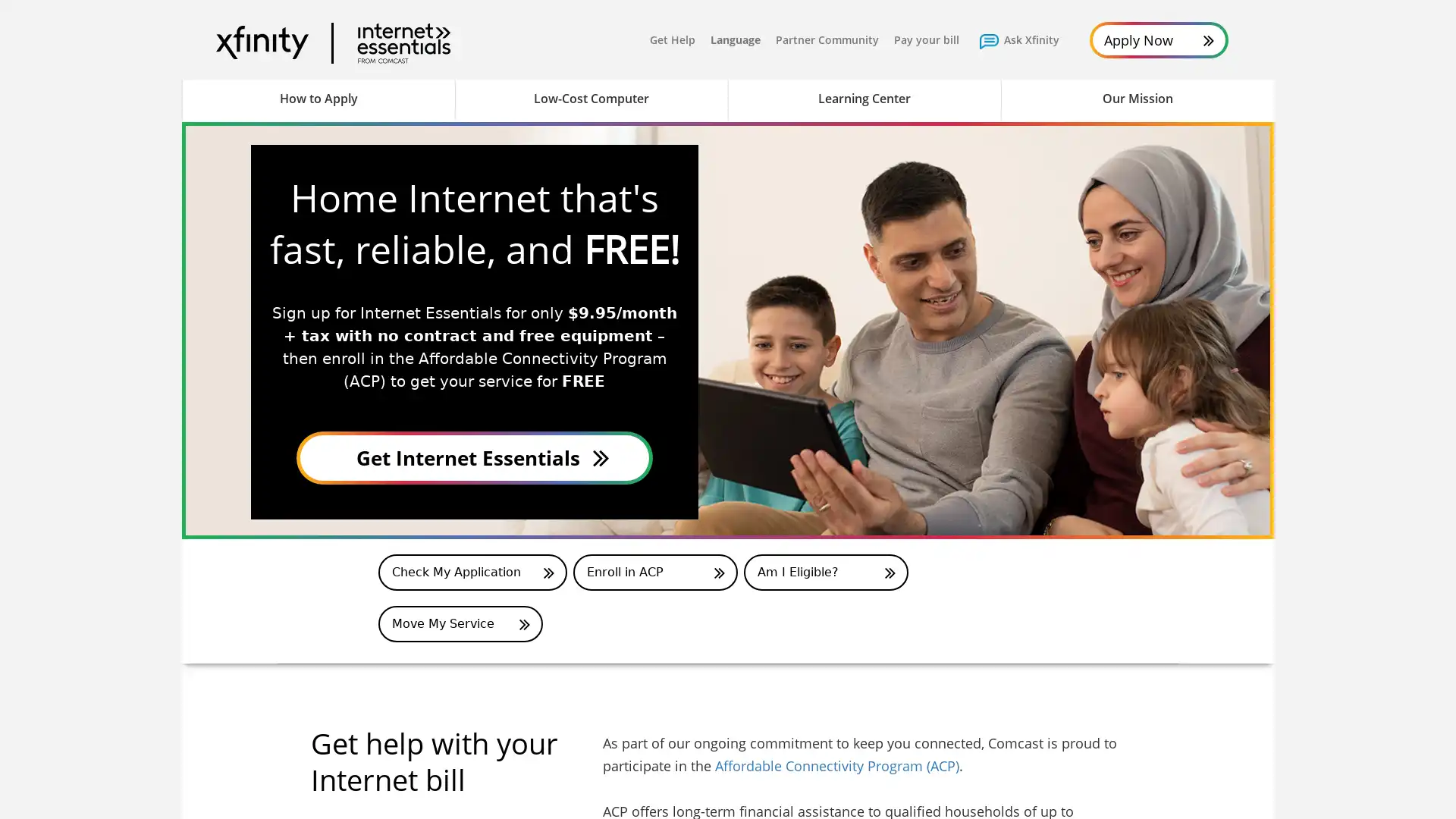 The image size is (1456, 819). What do you see at coordinates (825, 573) in the screenshot?
I see `Am I Eligible for ACP` at bounding box center [825, 573].